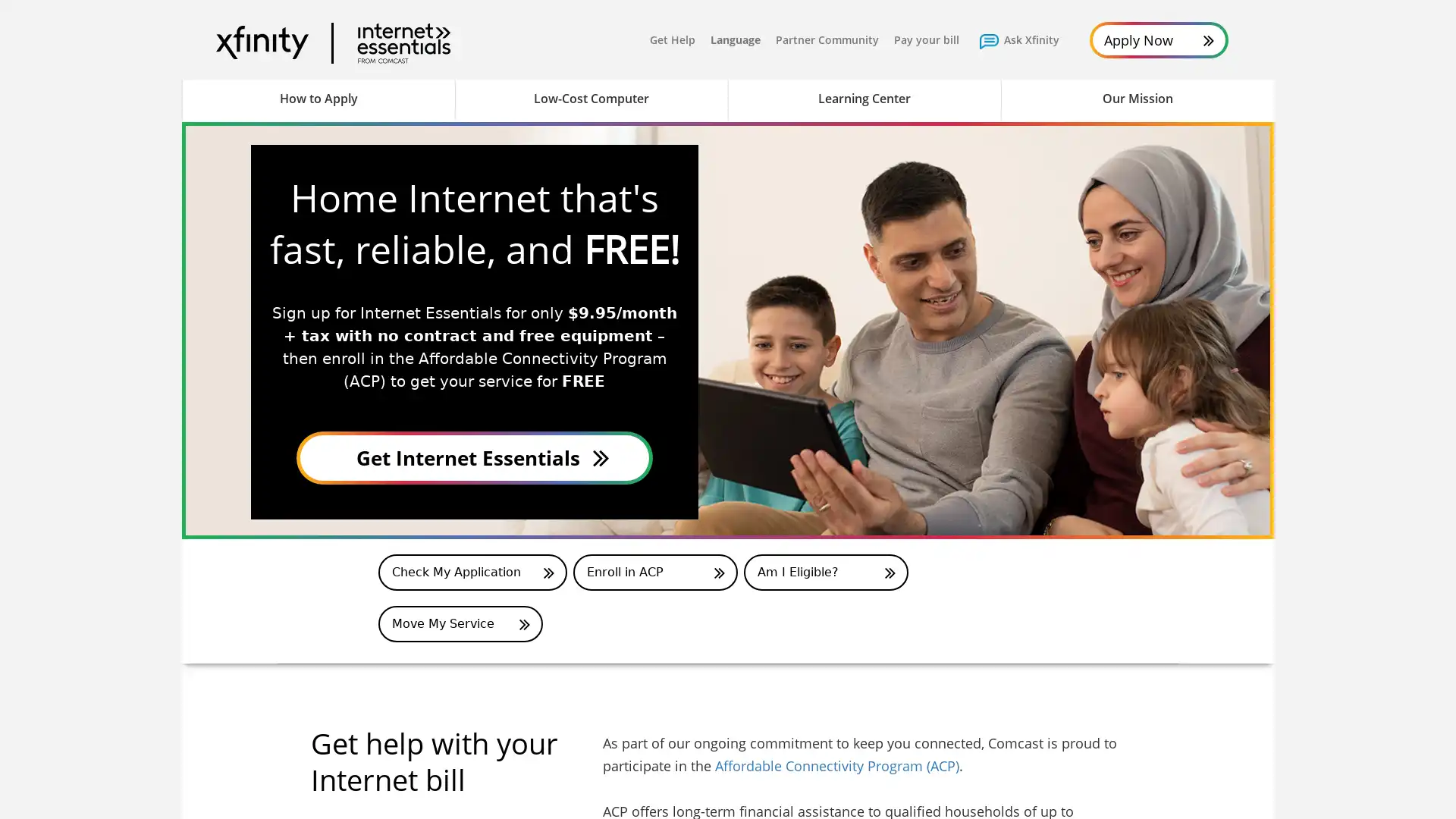 The image size is (1456, 819). What do you see at coordinates (825, 573) in the screenshot?
I see `Am I Eligible for ACP` at bounding box center [825, 573].